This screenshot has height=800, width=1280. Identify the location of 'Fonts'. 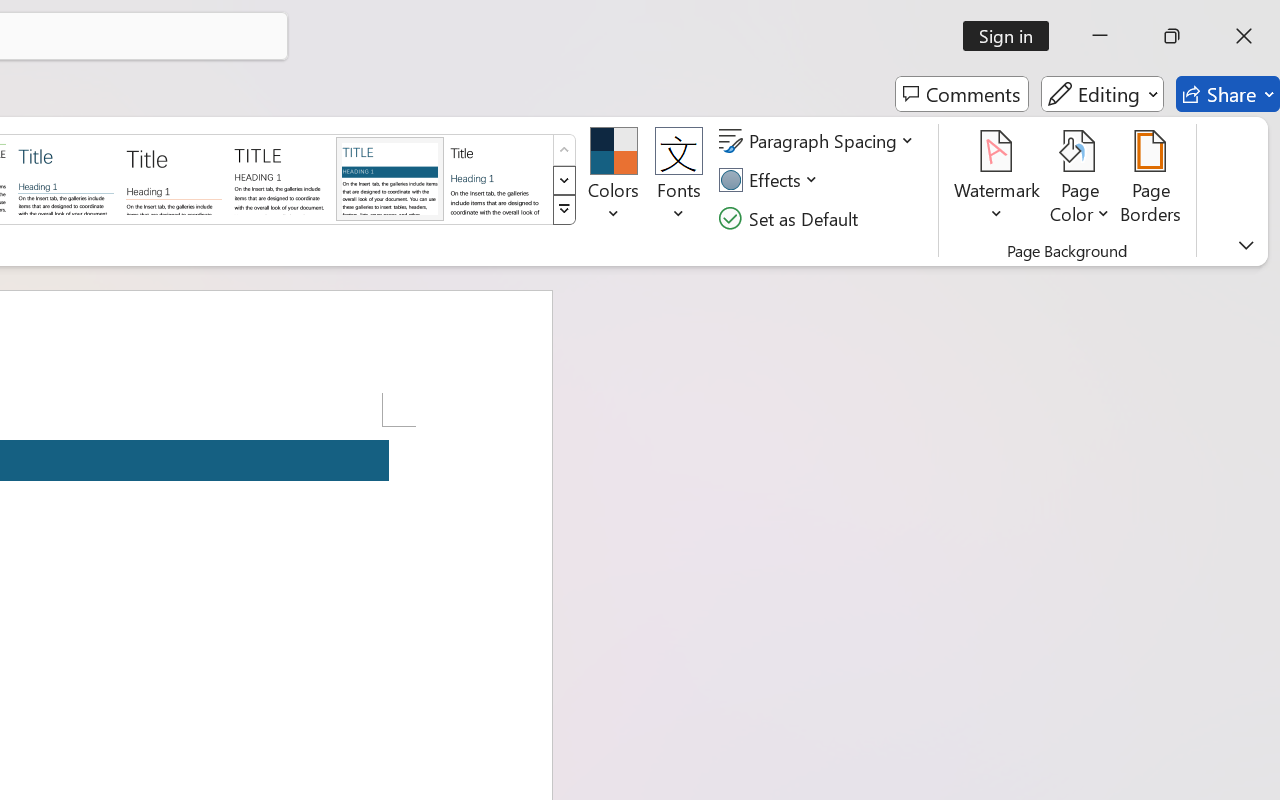
(679, 179).